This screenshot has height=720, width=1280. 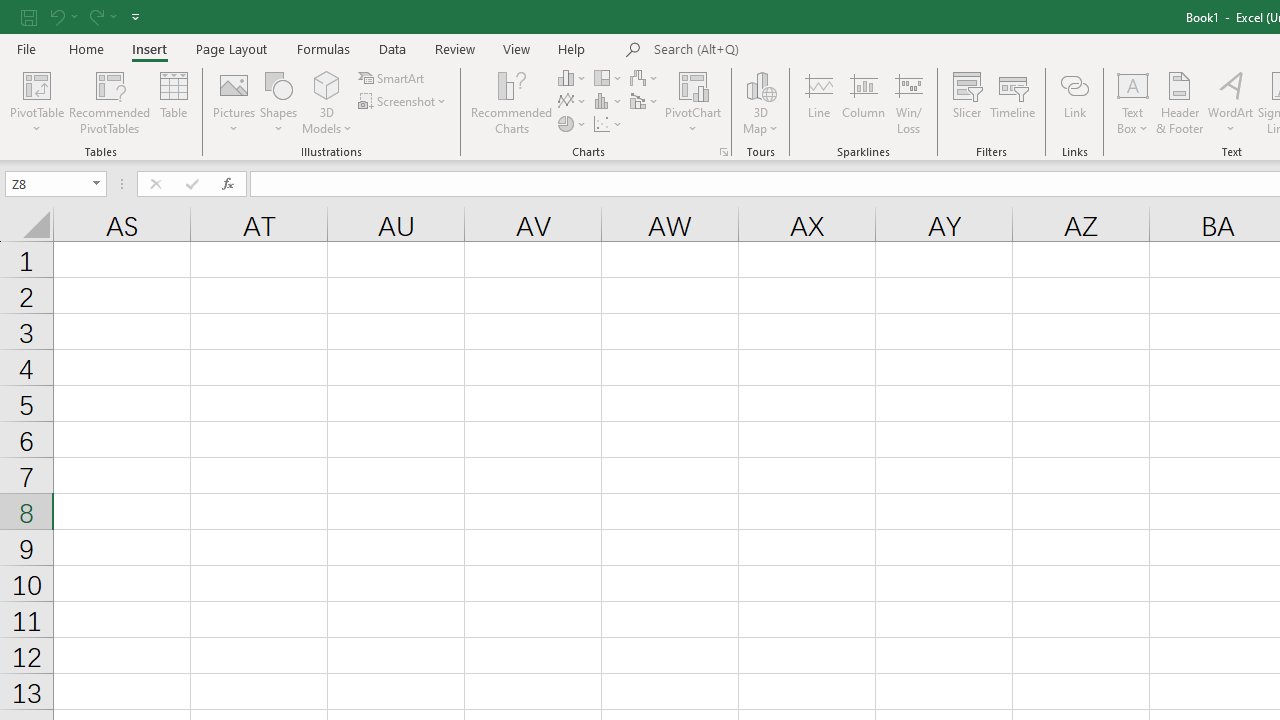 What do you see at coordinates (571, 48) in the screenshot?
I see `'Help'` at bounding box center [571, 48].